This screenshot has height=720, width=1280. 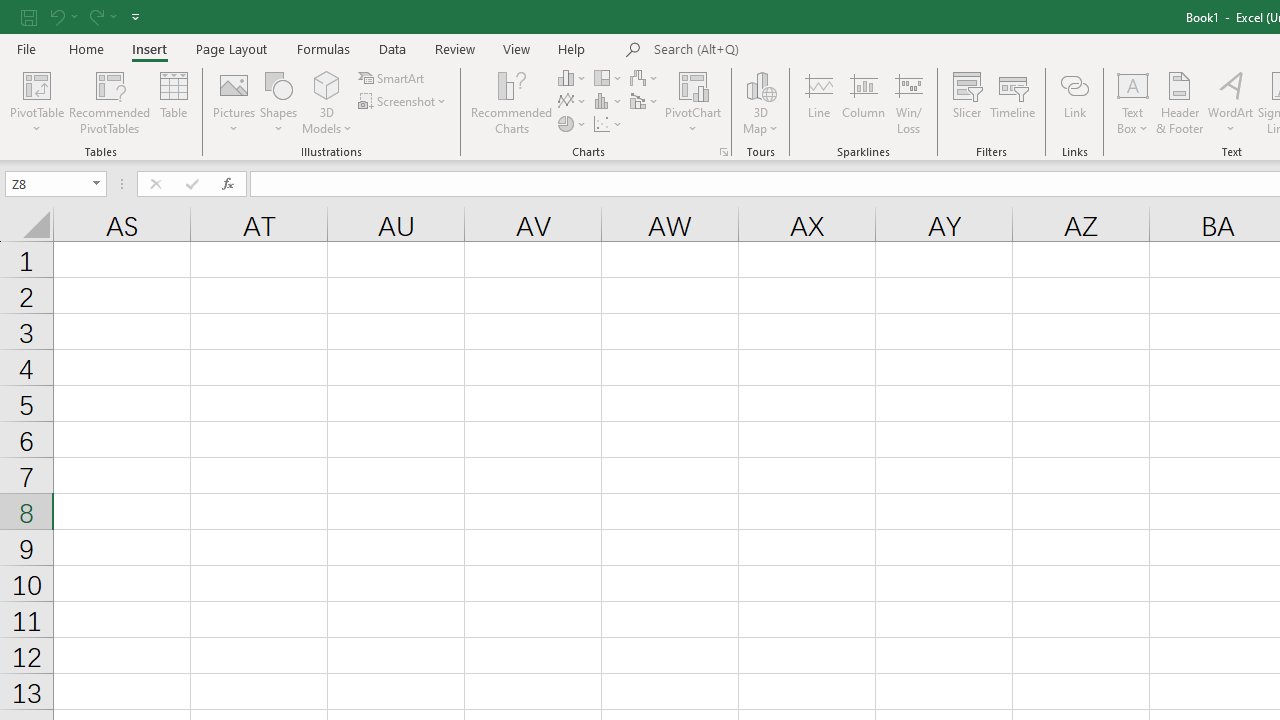 What do you see at coordinates (571, 48) in the screenshot?
I see `'Help'` at bounding box center [571, 48].